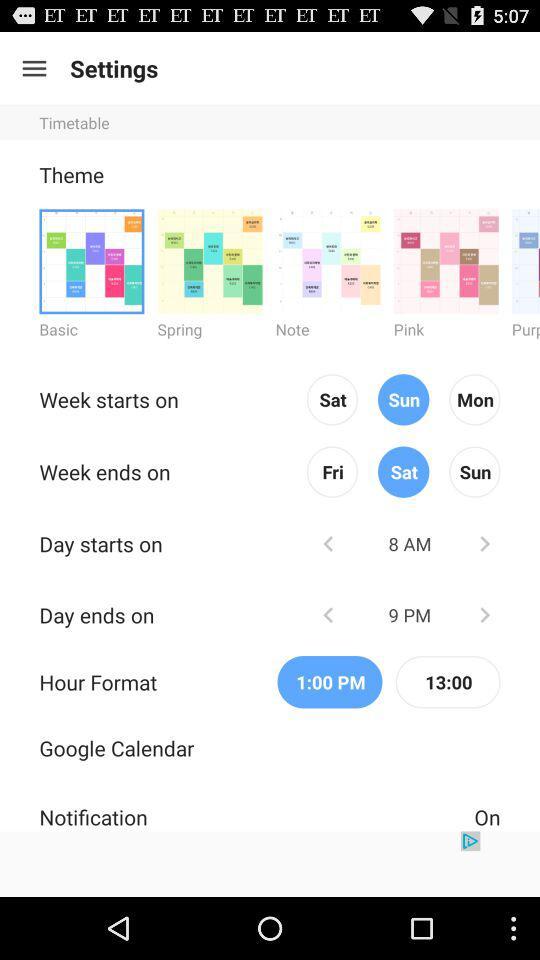 The width and height of the screenshot is (540, 960). Describe the element at coordinates (525, 260) in the screenshot. I see `purple theme` at that location.